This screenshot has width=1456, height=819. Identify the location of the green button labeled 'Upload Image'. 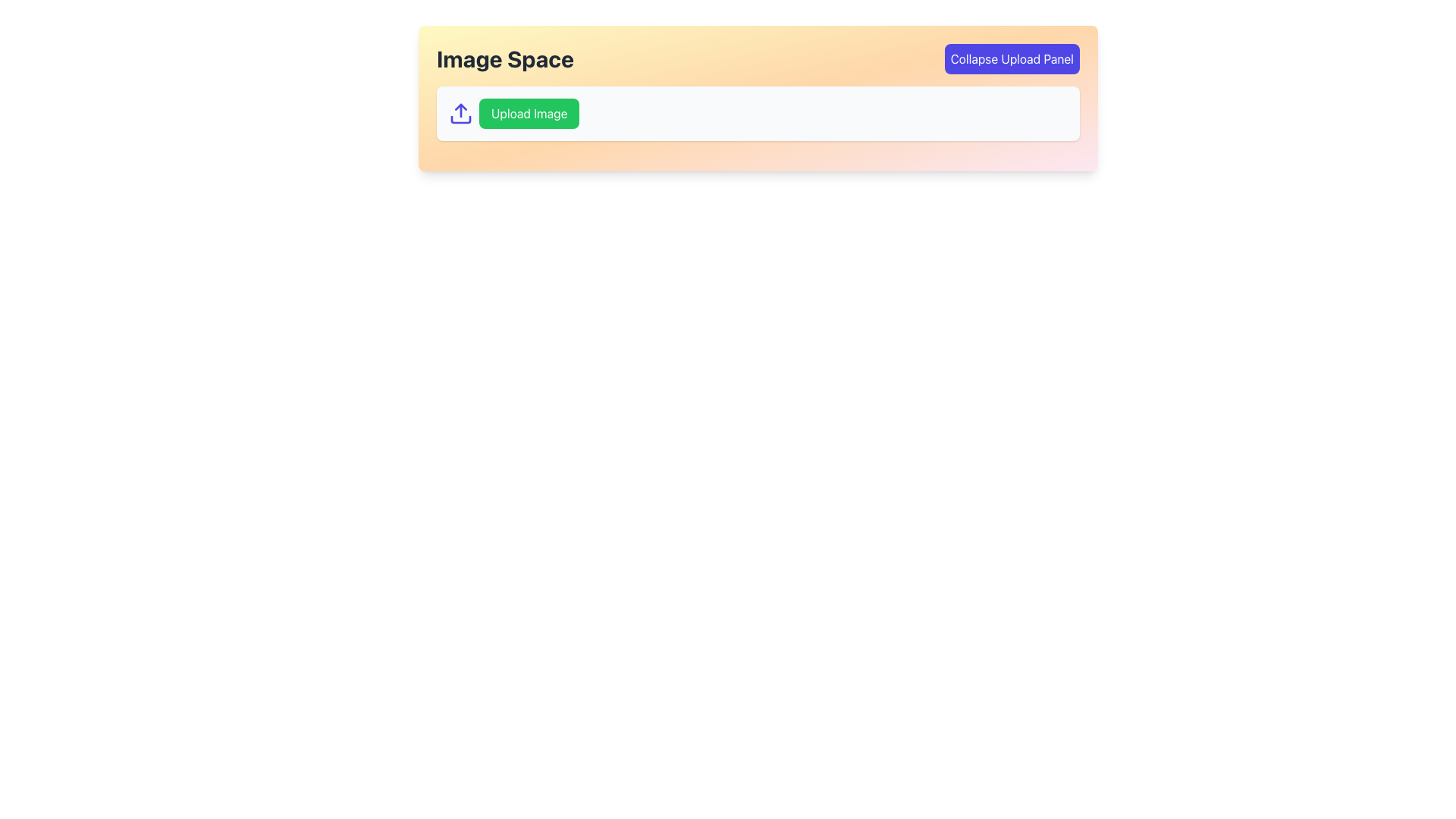
(529, 113).